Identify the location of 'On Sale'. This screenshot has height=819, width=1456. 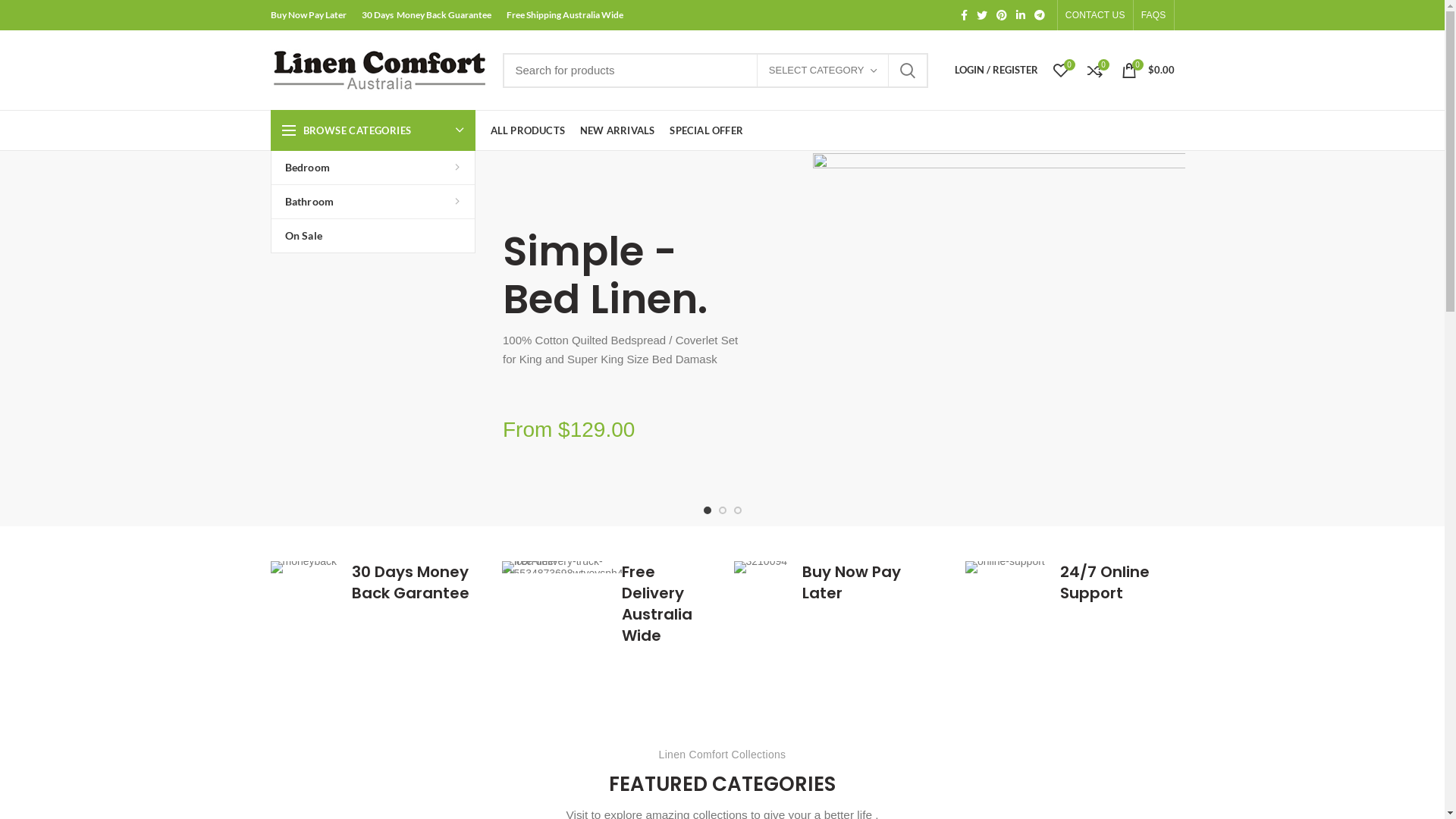
(372, 236).